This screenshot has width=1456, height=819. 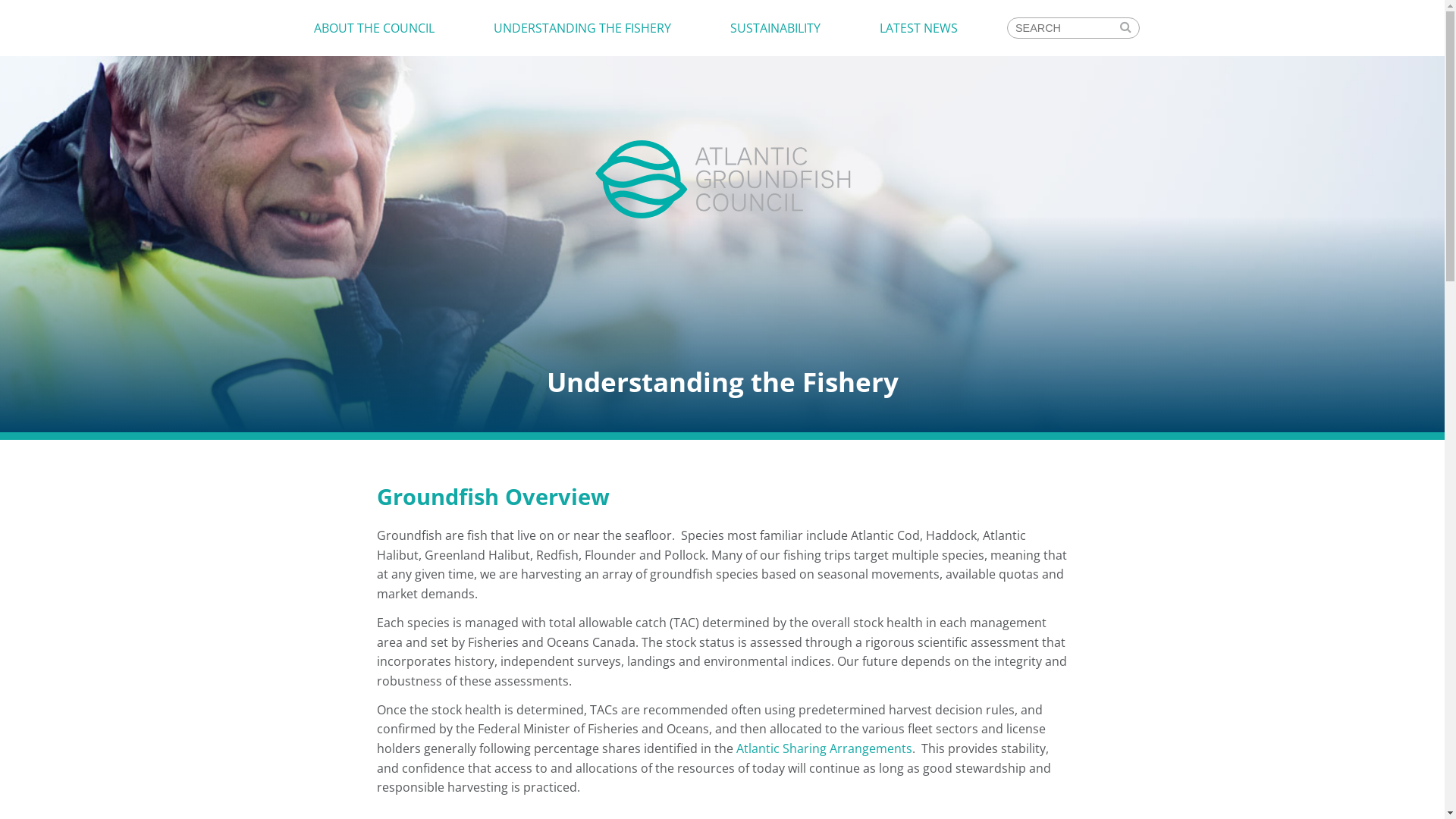 What do you see at coordinates (775, 28) in the screenshot?
I see `'SUSTAINABILITY'` at bounding box center [775, 28].